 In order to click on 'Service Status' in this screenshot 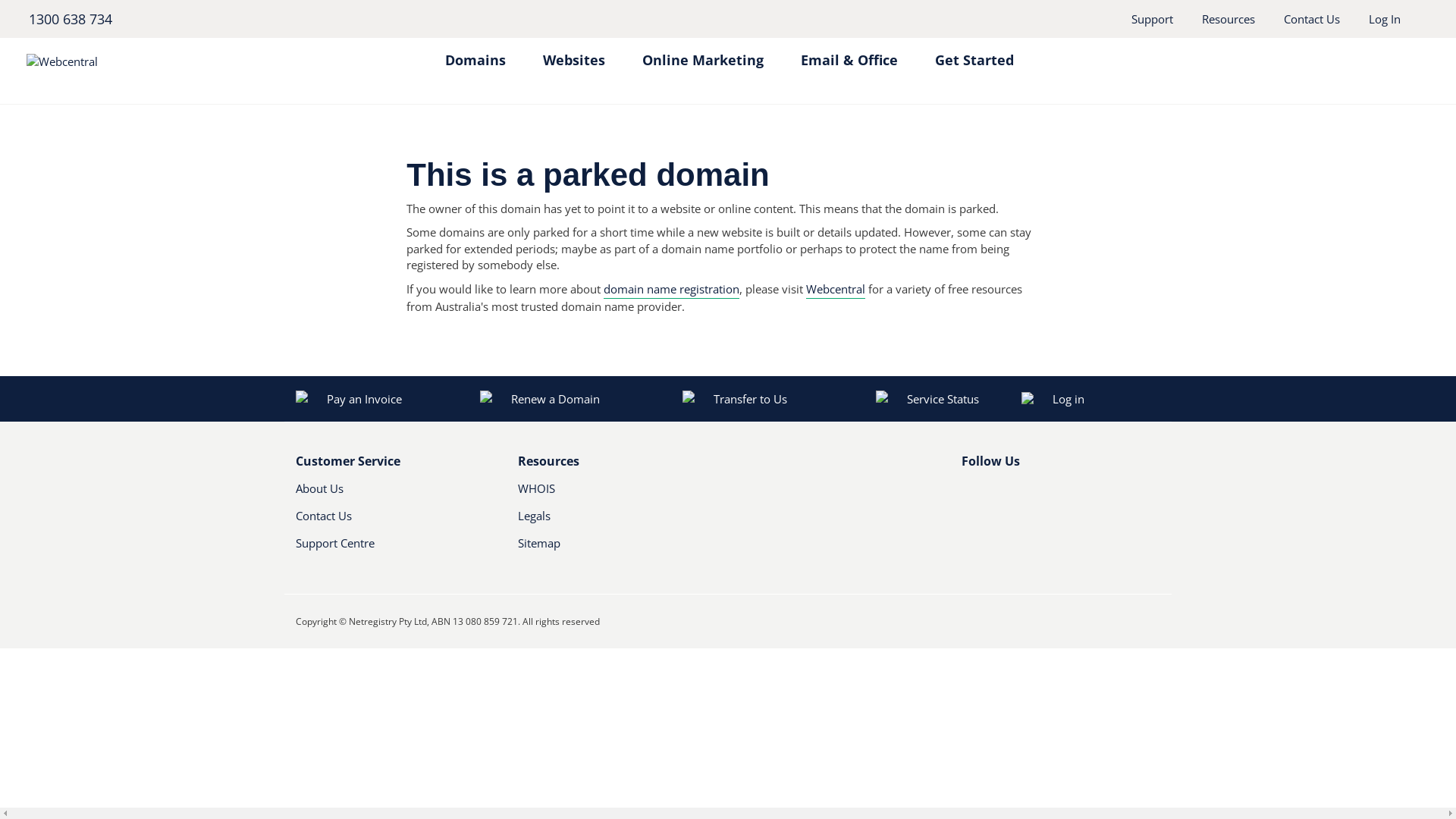, I will do `click(927, 397)`.